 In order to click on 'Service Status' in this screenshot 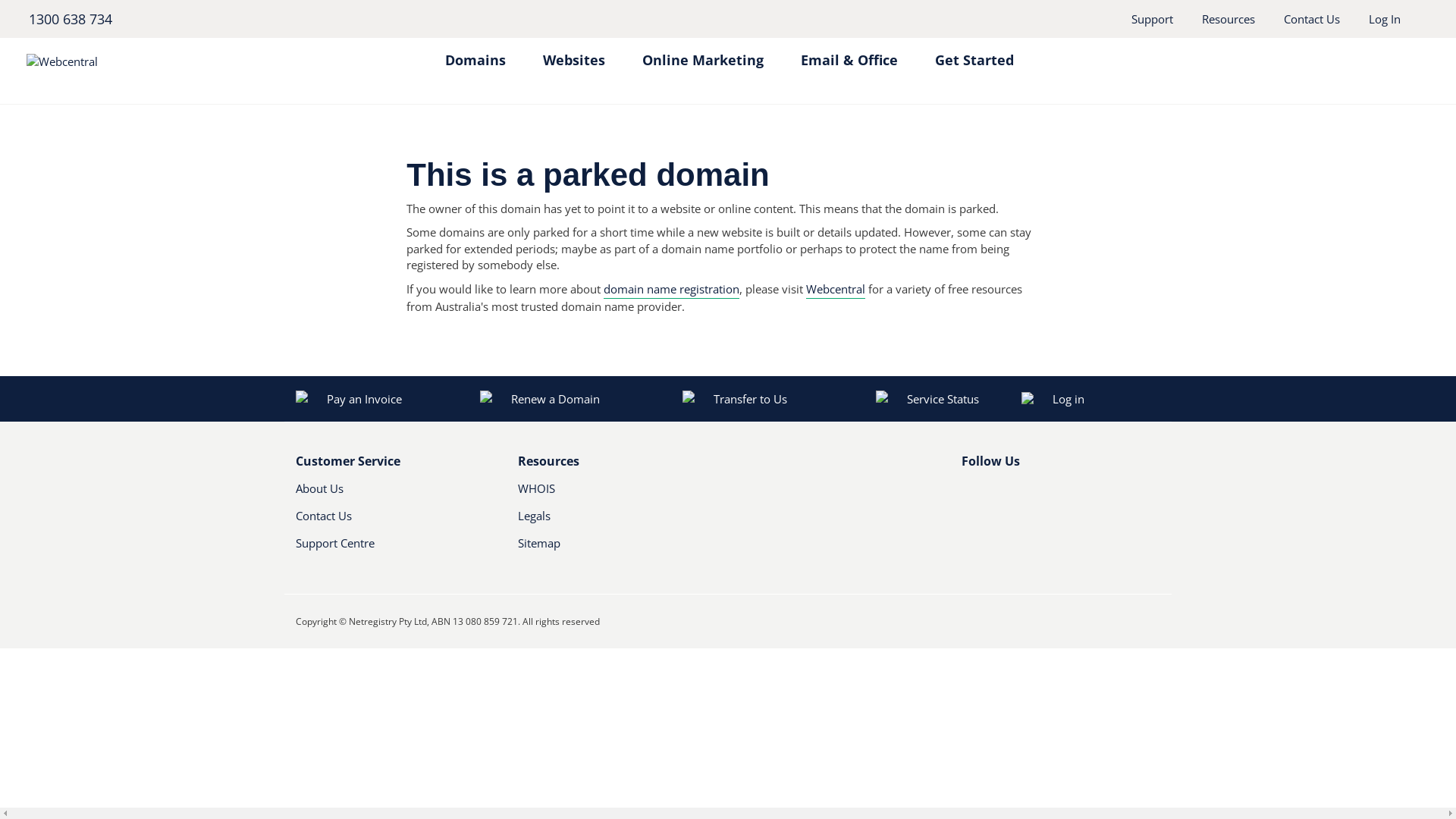, I will do `click(927, 397)`.